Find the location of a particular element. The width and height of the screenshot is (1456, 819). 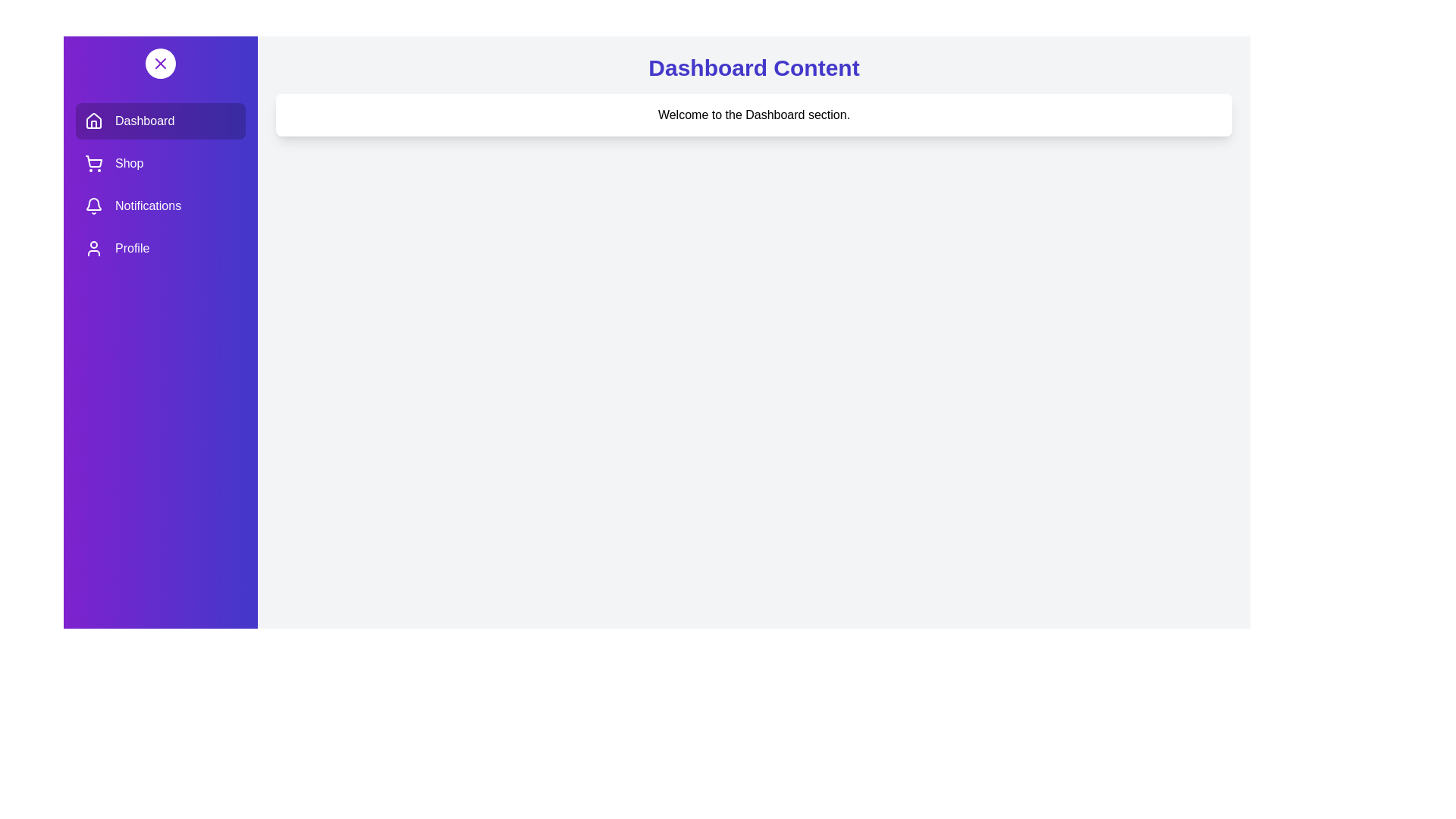

the drawer toggle button to open or close the drawer is located at coordinates (160, 63).